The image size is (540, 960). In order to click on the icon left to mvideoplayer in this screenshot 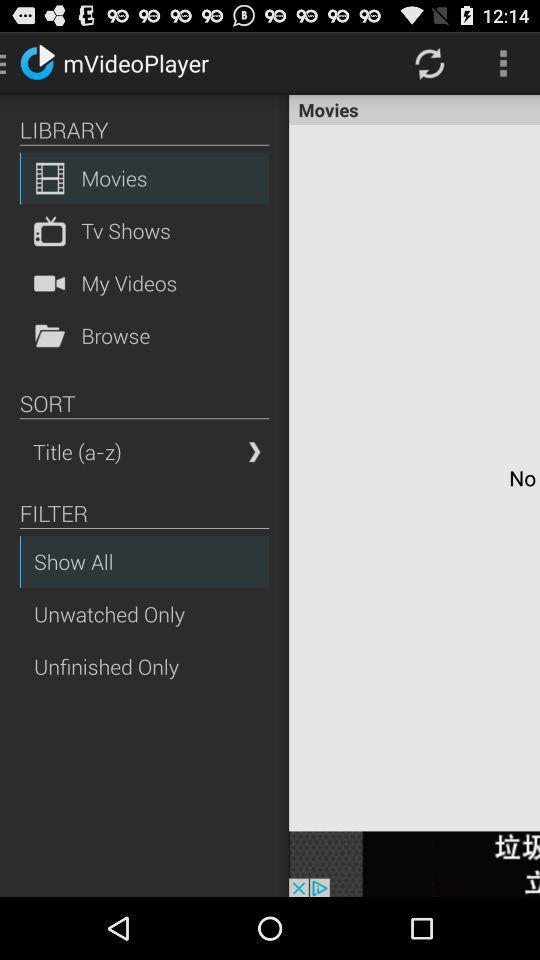, I will do `click(36, 62)`.